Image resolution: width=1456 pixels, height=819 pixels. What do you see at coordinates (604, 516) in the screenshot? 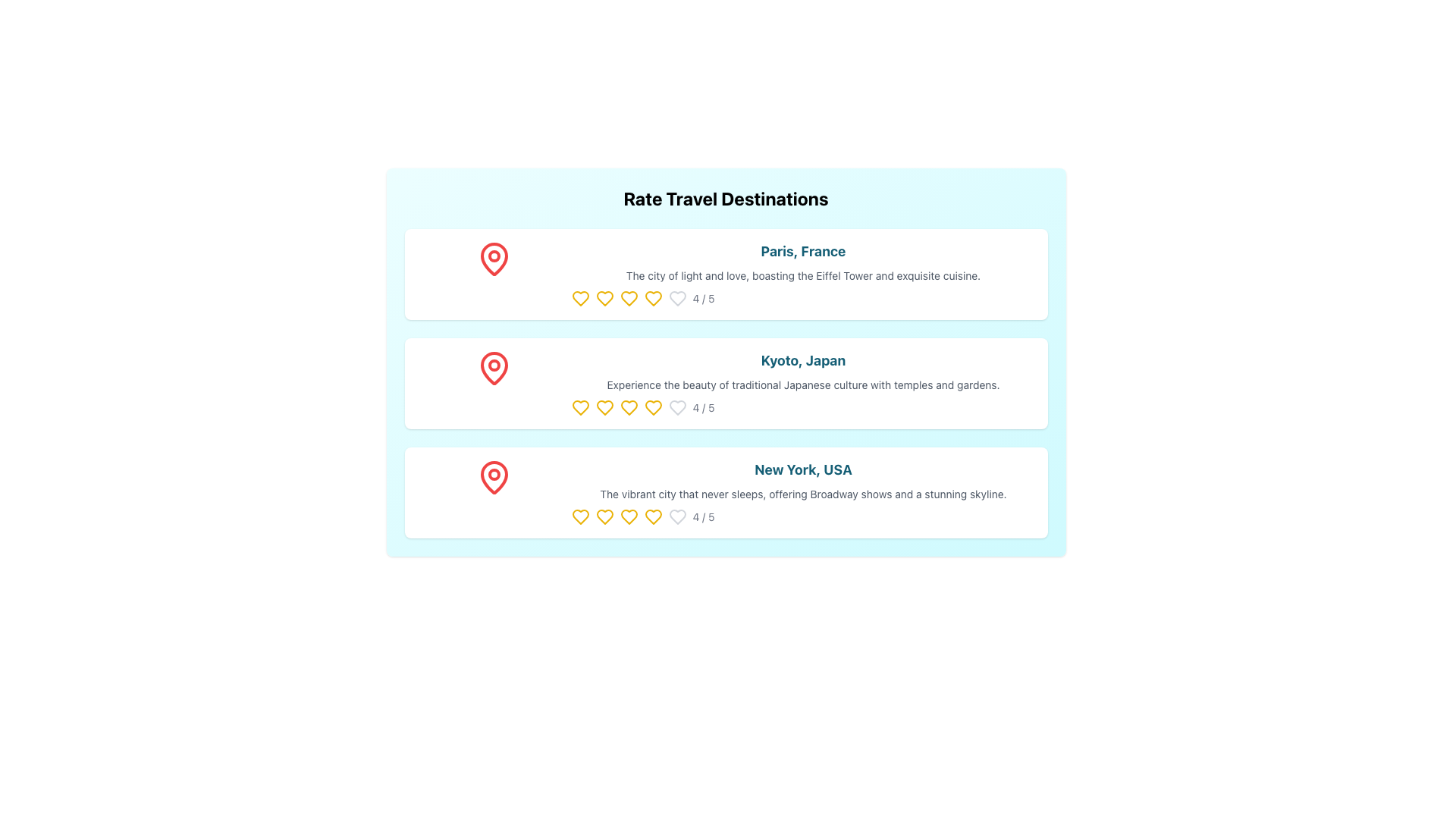
I see `the heart icon in the third row of the travel destination list, which serves as an indicator for rating or favoriting an item` at bounding box center [604, 516].